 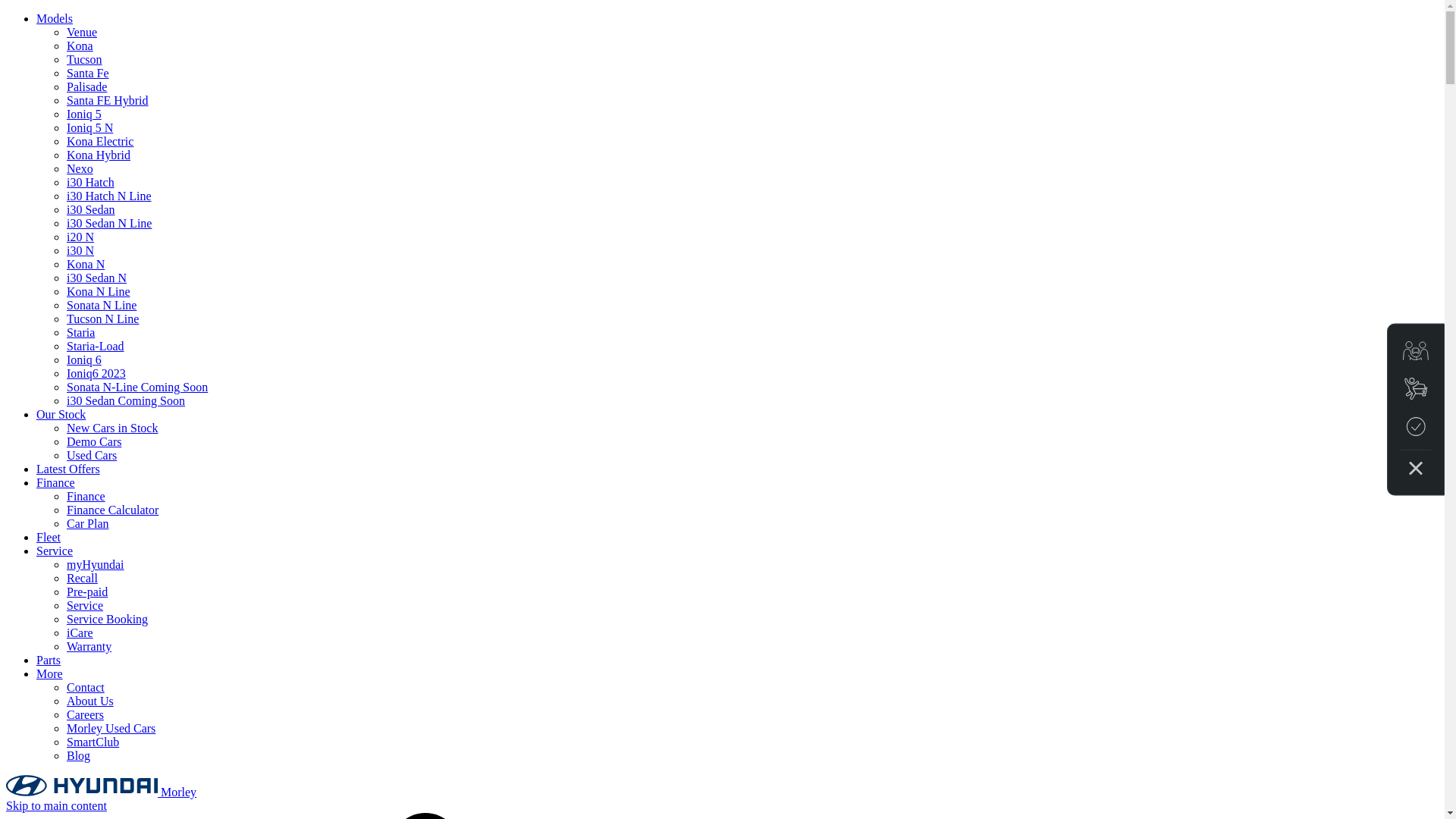 I want to click on 'Santa FE Hybrid', so click(x=107, y=100).